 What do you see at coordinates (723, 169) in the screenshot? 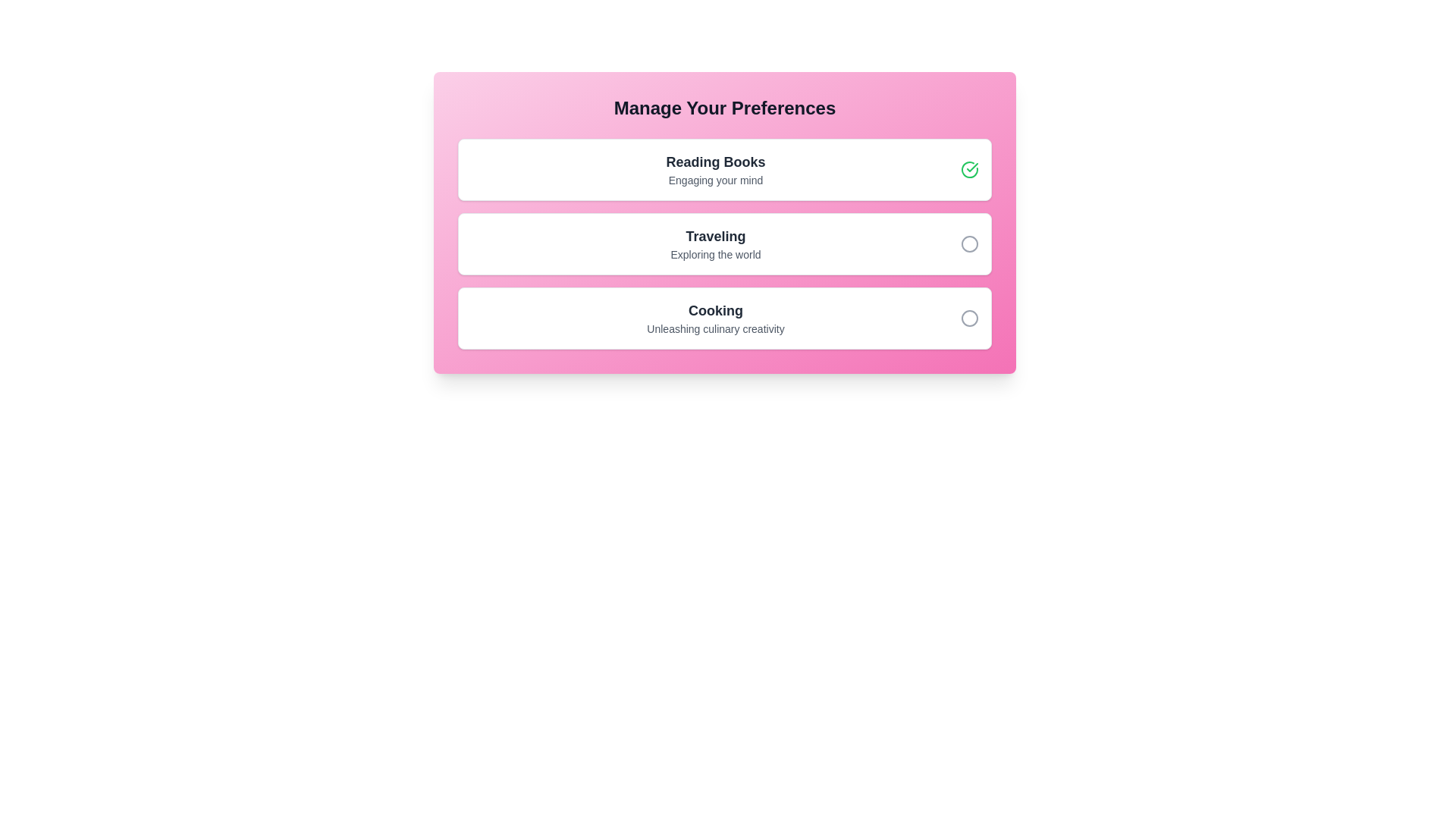
I see `the preference item Reading Books` at bounding box center [723, 169].